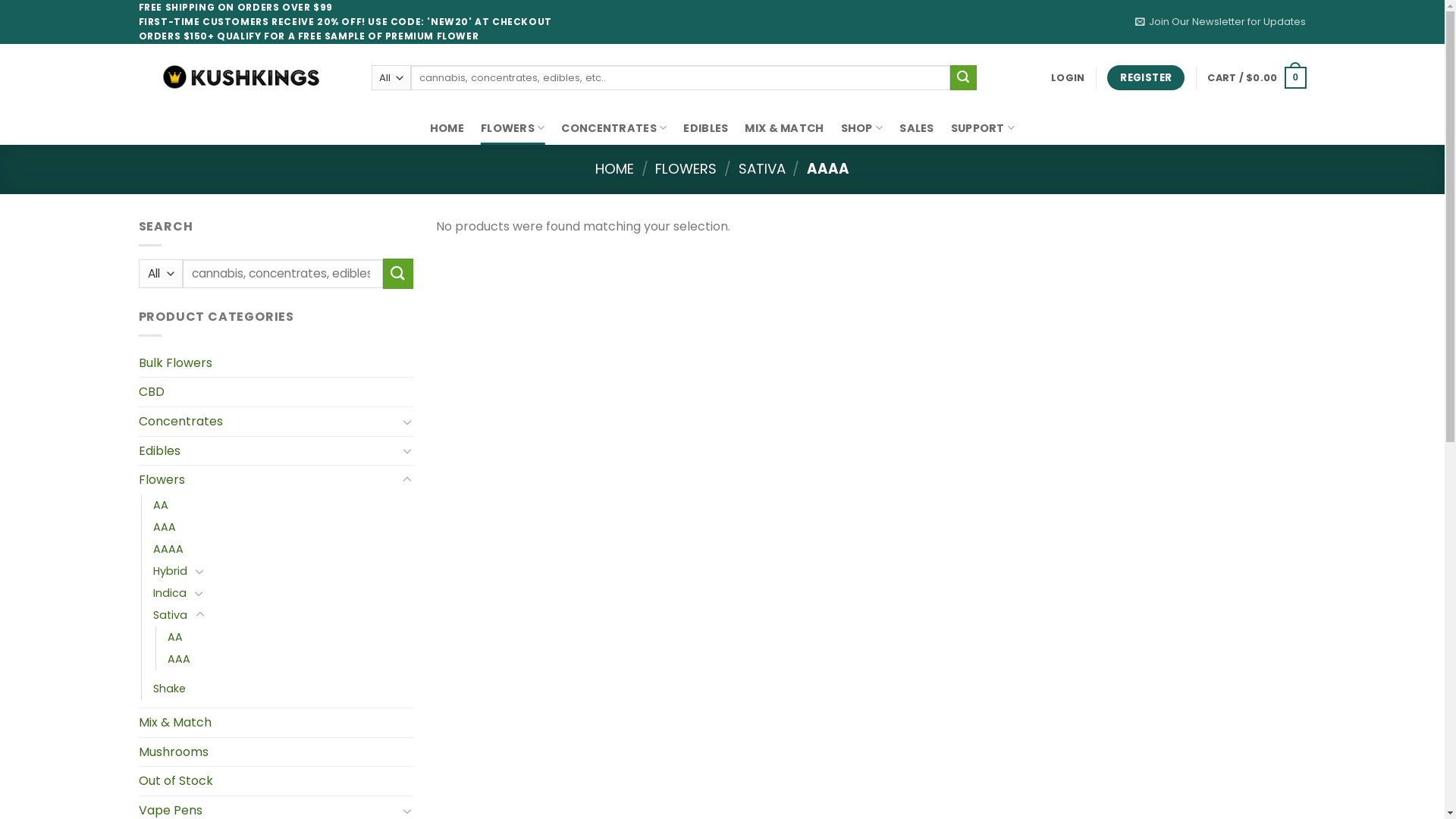  I want to click on 'CART / $0.00, so click(1256, 78).